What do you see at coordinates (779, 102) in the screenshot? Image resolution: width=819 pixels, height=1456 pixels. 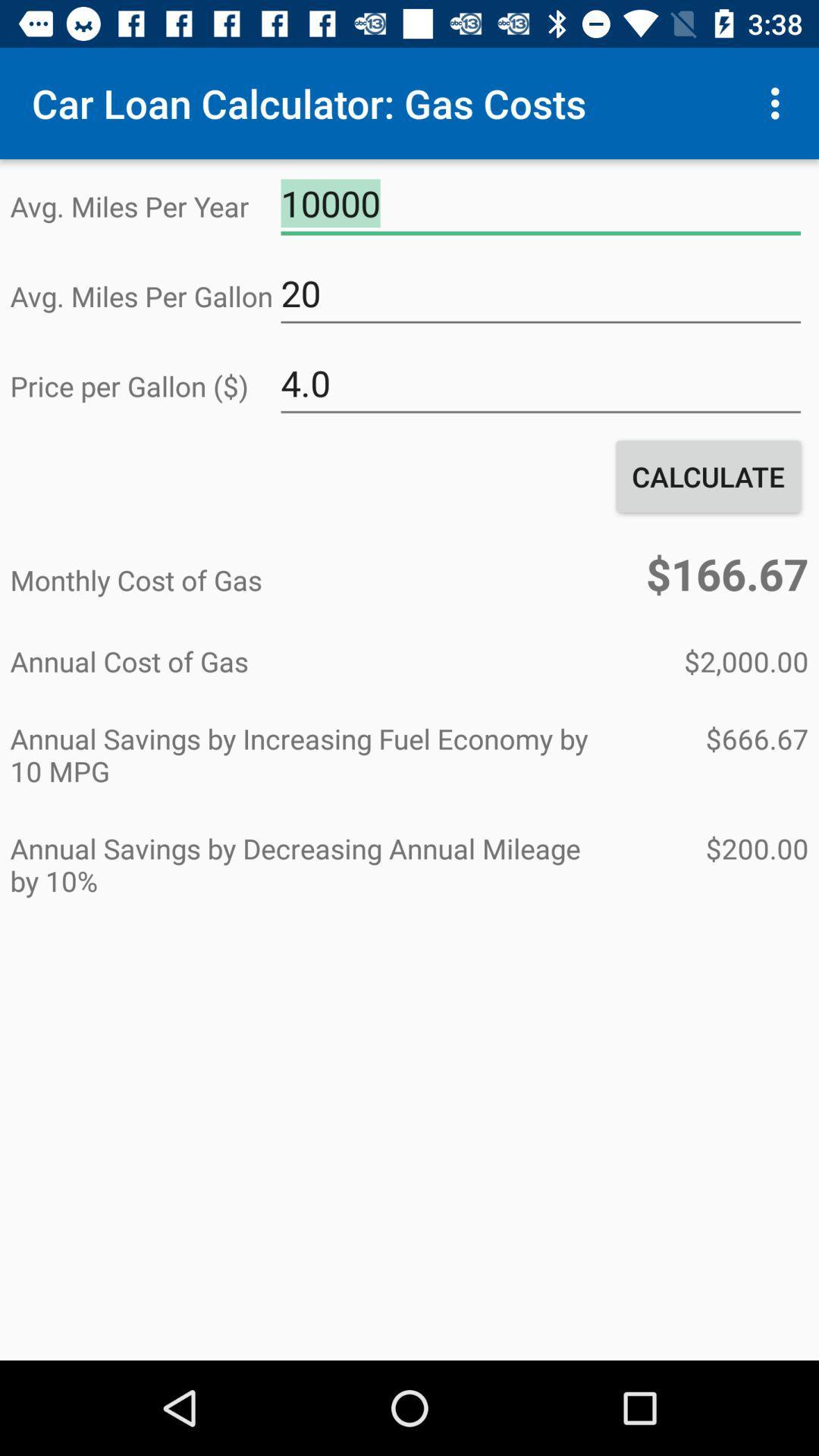 I see `item next to the car loan calculator icon` at bounding box center [779, 102].